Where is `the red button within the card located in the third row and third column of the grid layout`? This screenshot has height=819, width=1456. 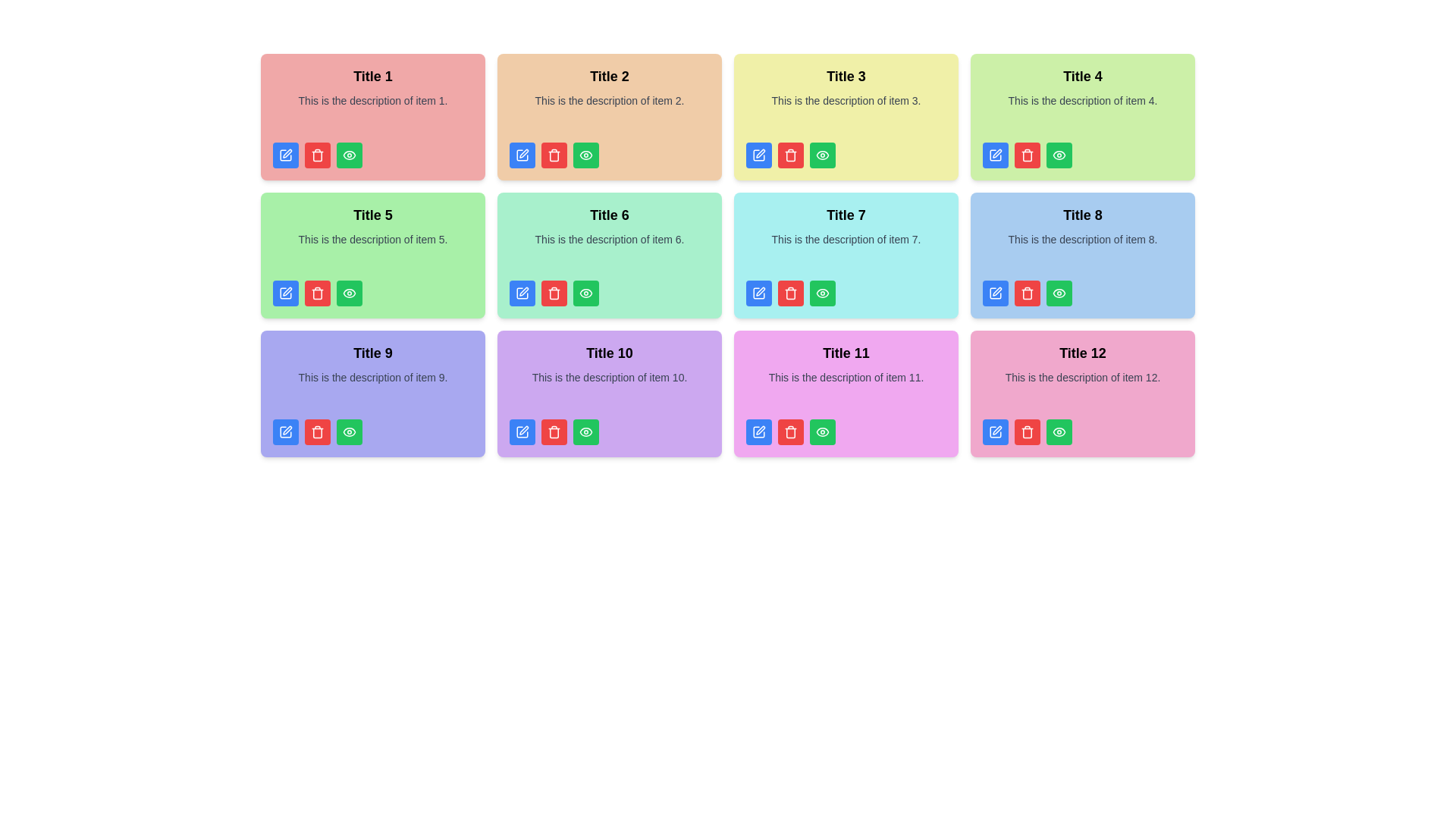 the red button within the card located in the third row and third column of the grid layout is located at coordinates (846, 253).